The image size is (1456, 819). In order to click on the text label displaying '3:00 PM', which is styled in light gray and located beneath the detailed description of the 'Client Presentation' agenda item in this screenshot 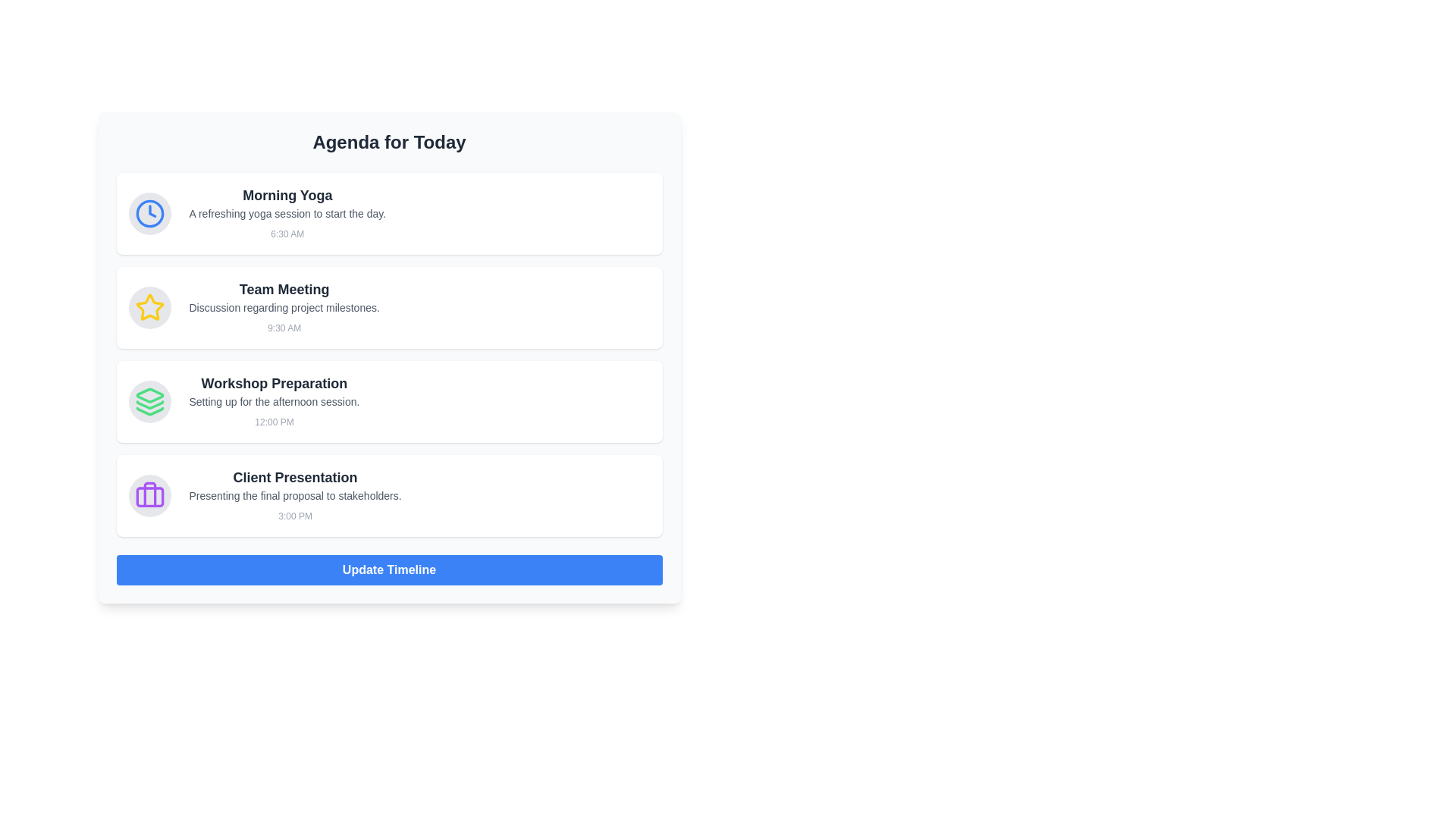, I will do `click(295, 516)`.